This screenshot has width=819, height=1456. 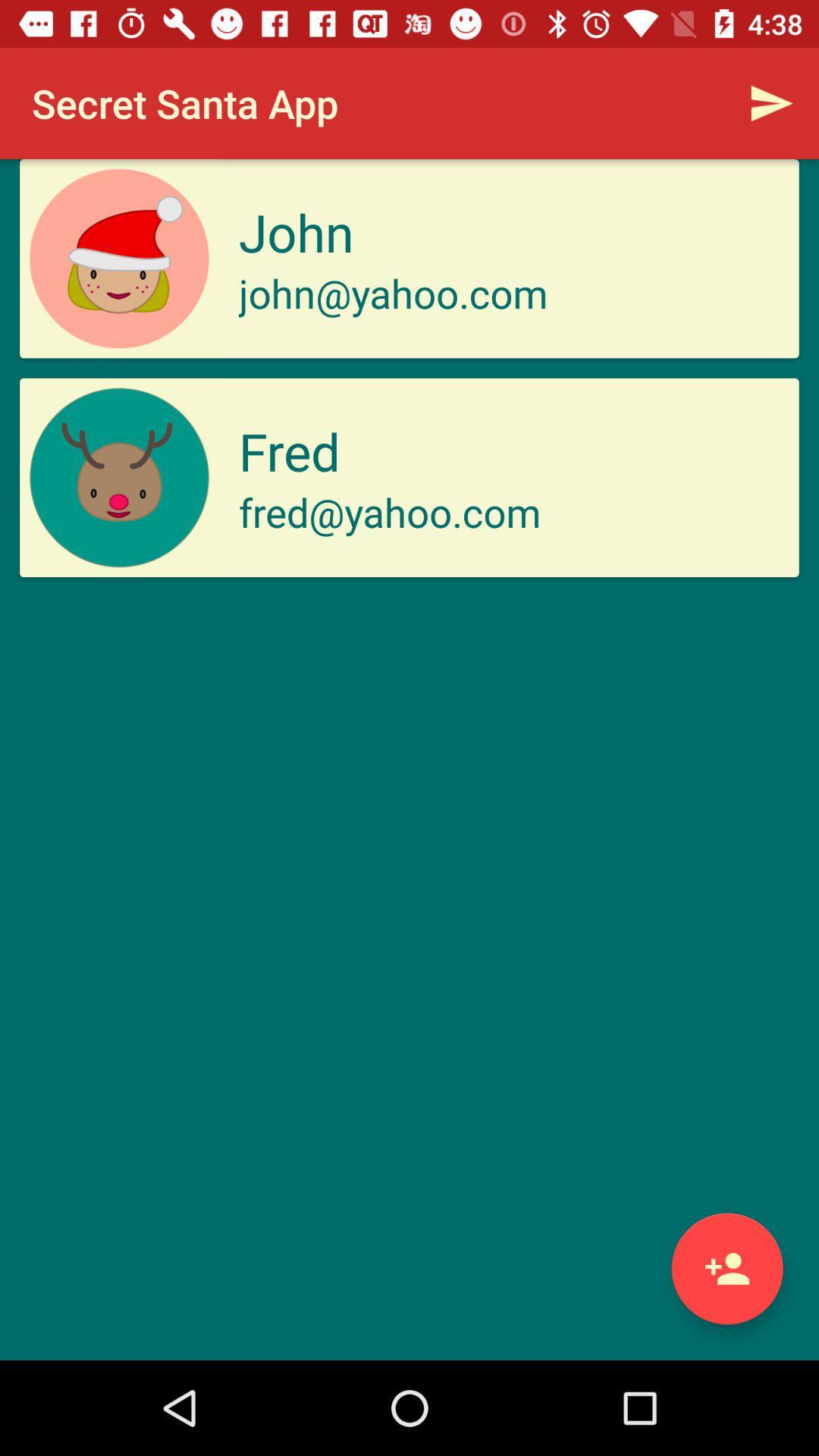 I want to click on a friend, so click(x=726, y=1269).